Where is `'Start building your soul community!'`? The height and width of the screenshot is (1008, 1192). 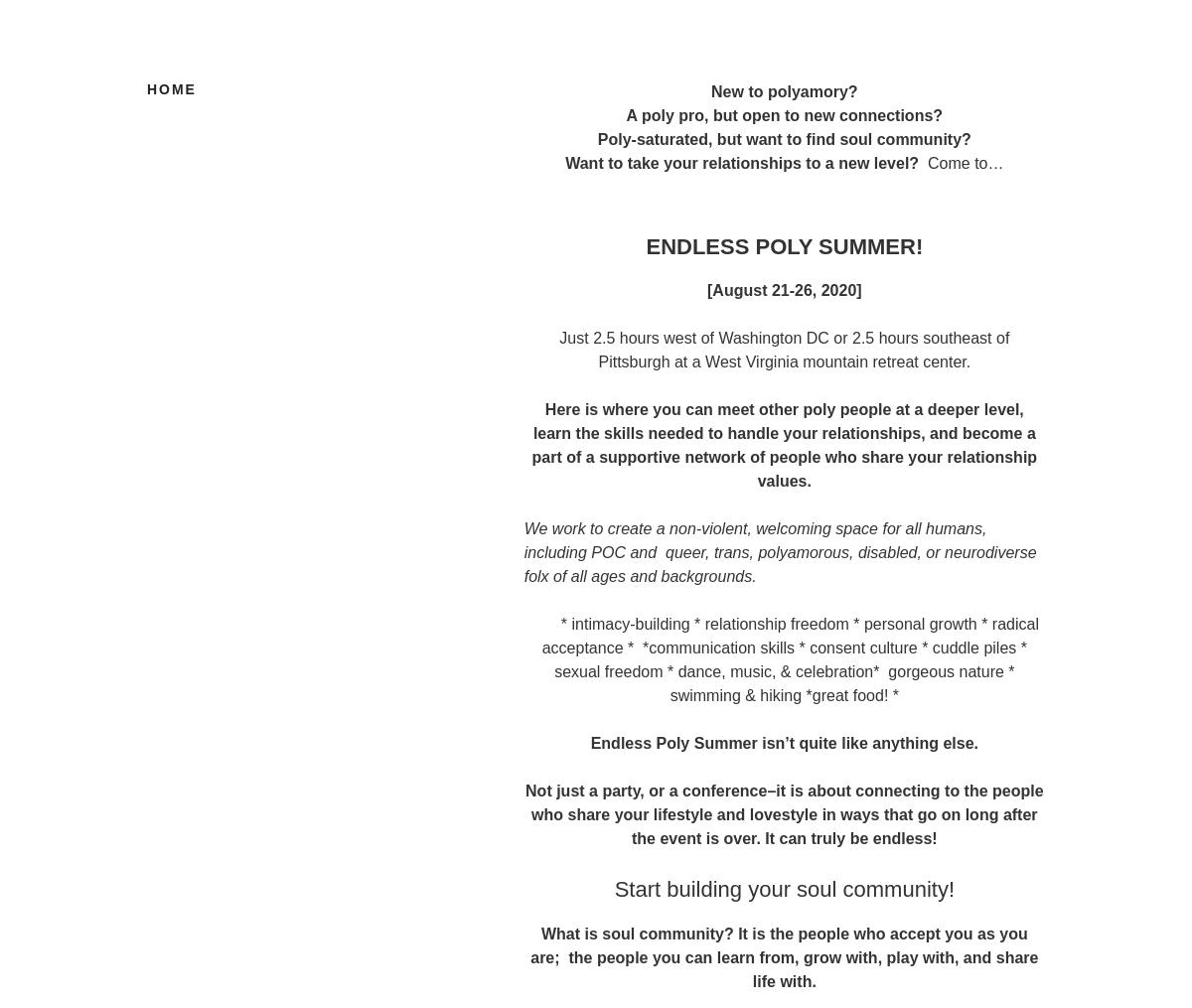
'Start building your soul community!' is located at coordinates (783, 888).